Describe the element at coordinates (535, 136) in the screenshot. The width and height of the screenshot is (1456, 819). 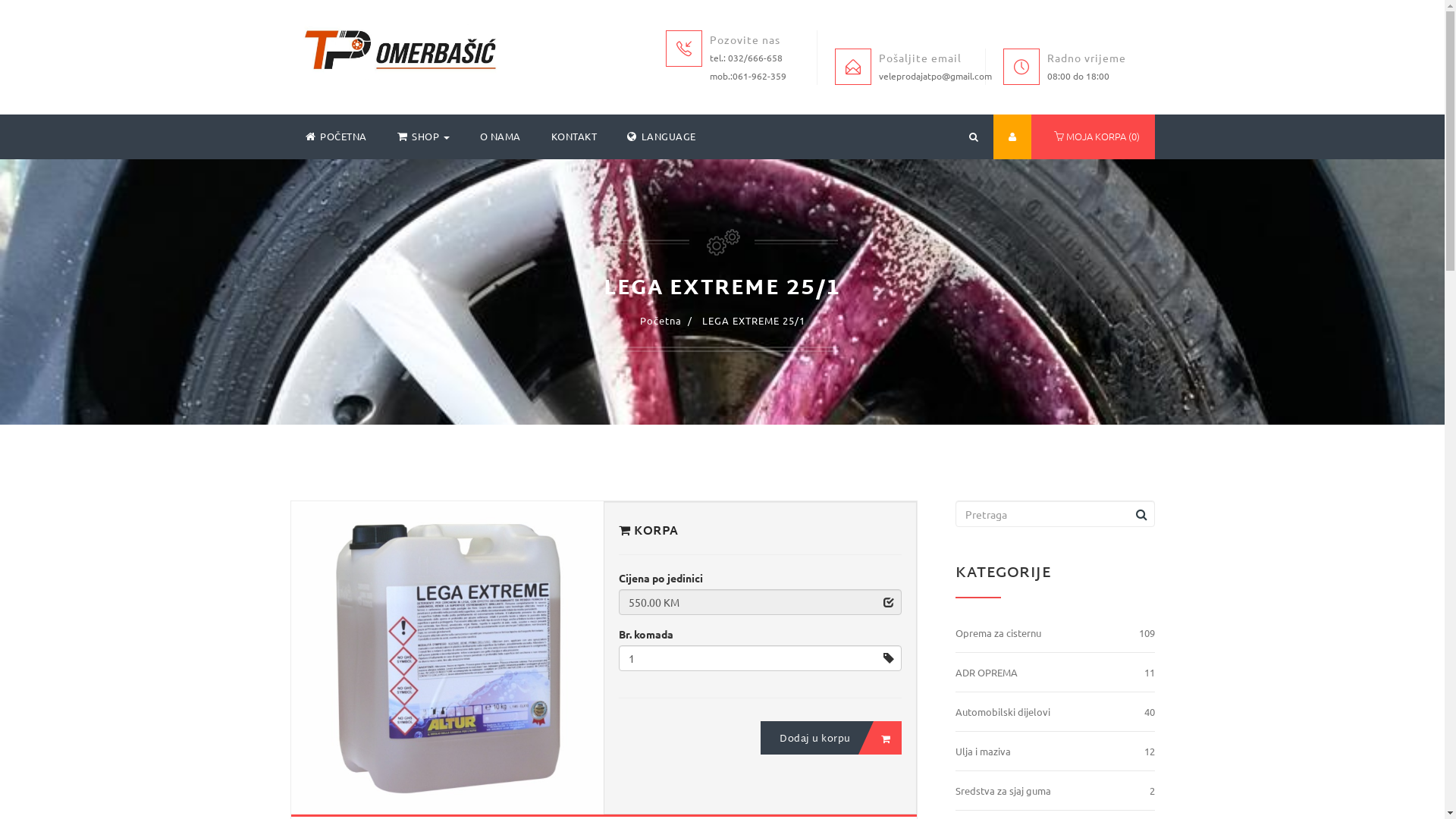
I see `'KONTAKT'` at that location.